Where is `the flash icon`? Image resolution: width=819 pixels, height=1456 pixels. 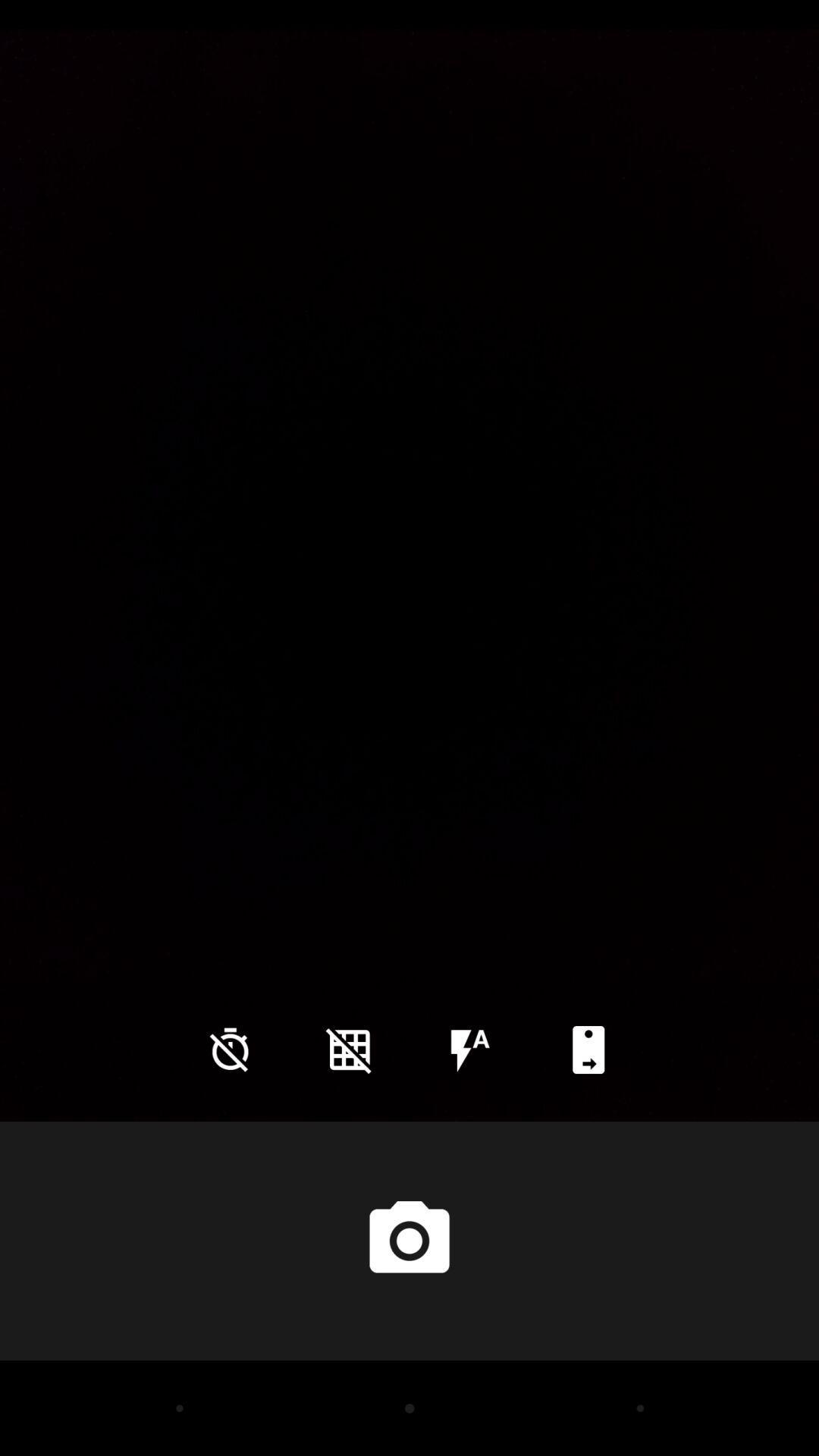 the flash icon is located at coordinates (468, 1049).